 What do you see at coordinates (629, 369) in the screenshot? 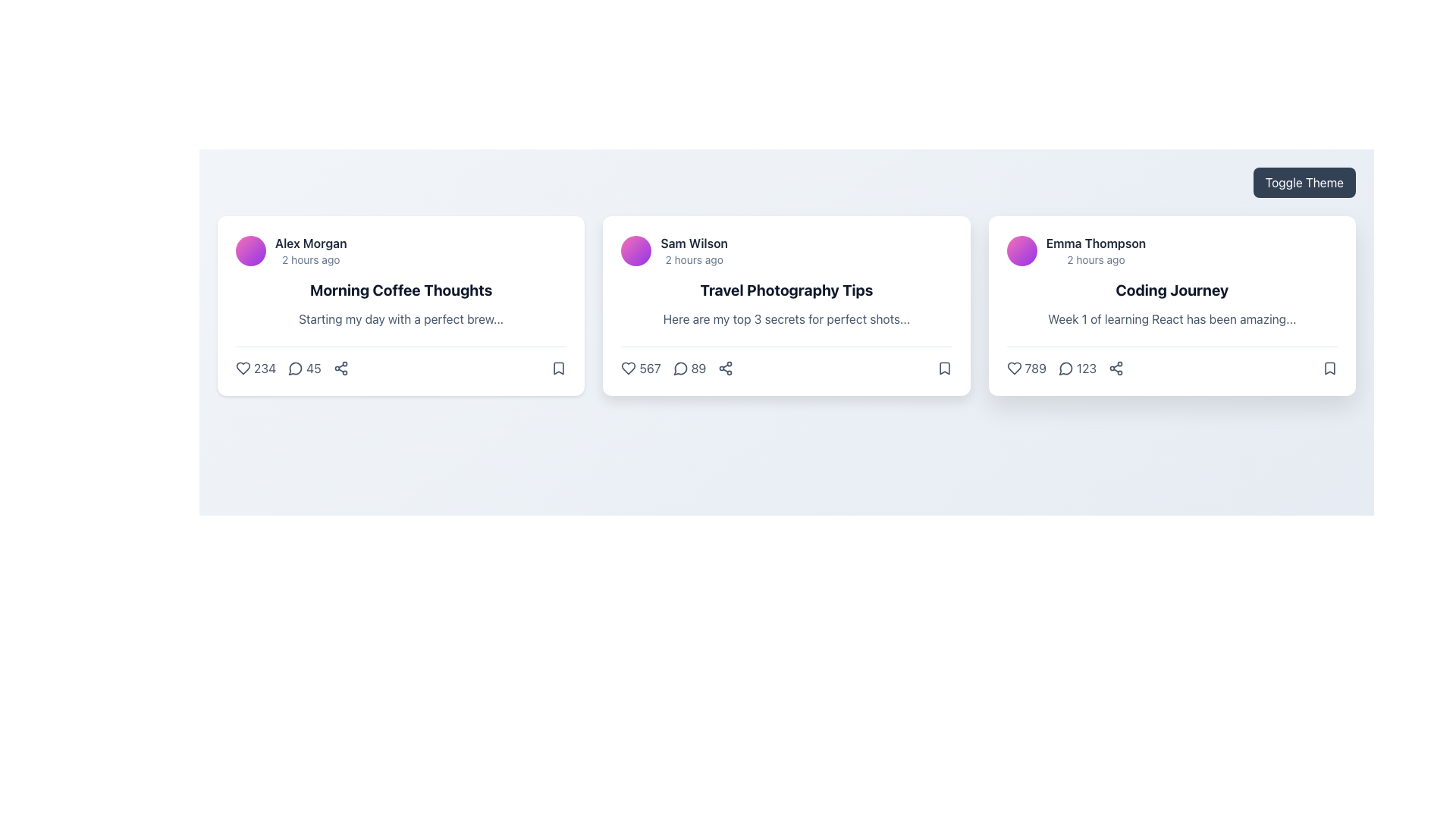
I see `the 'like' button located in the lower section of the middle card` at bounding box center [629, 369].